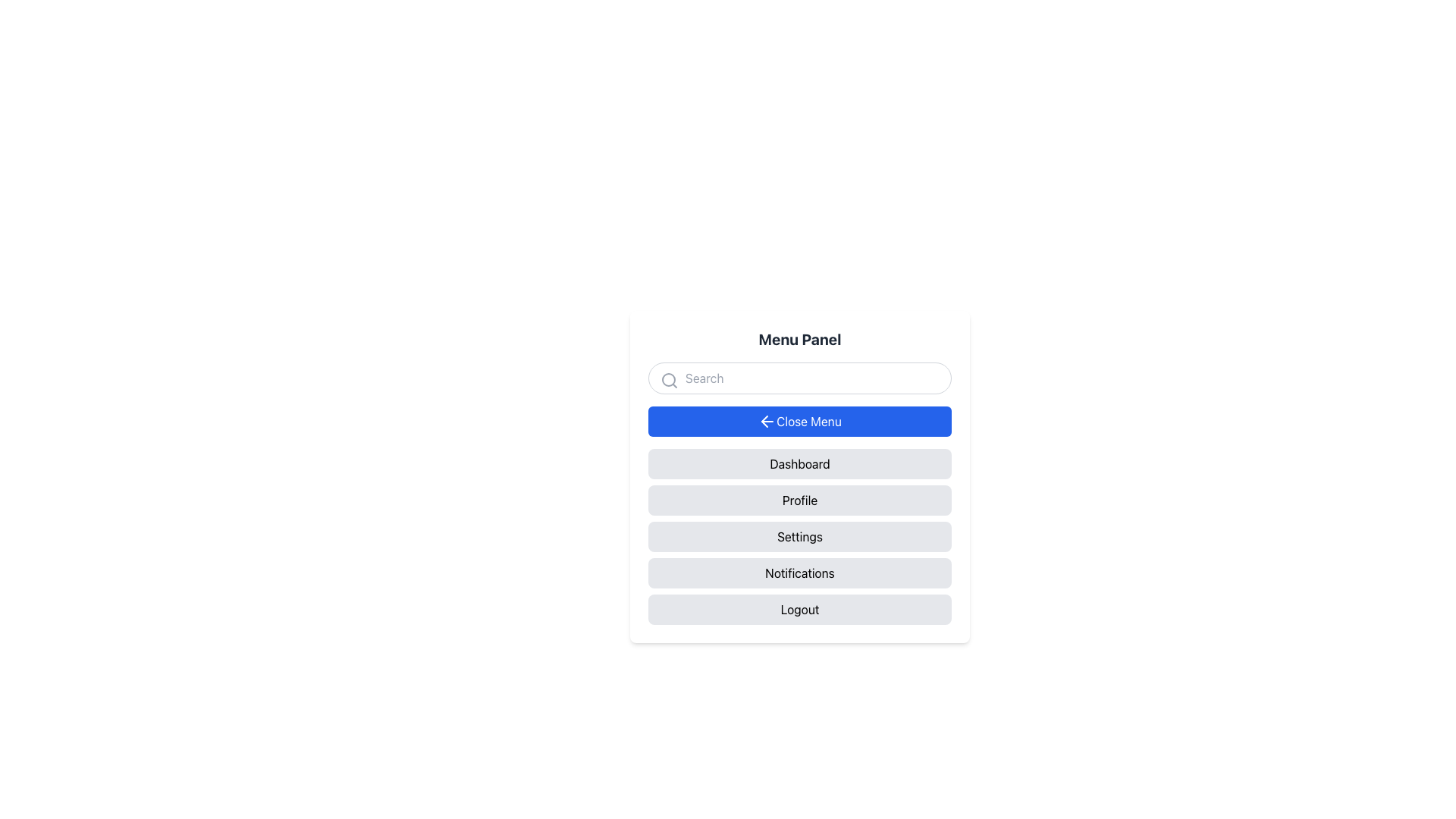 This screenshot has height=819, width=1456. Describe the element at coordinates (767, 421) in the screenshot. I see `the leftward-pointing arrow icon inside the blue button labeled 'Close Menu' in the menu panel` at that location.